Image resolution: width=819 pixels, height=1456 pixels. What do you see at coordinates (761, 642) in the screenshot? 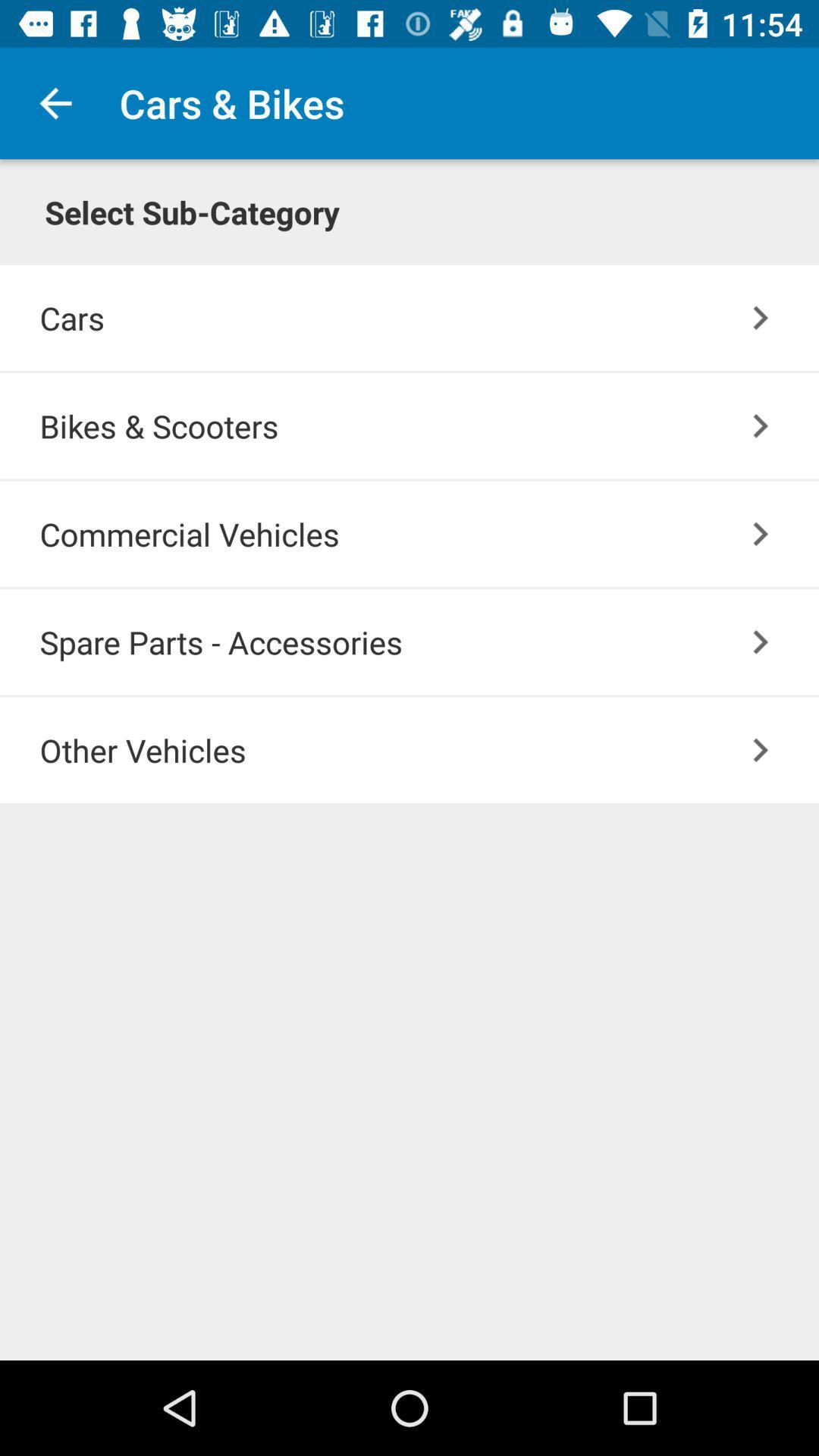
I see `item above the other vehicles icon` at bounding box center [761, 642].